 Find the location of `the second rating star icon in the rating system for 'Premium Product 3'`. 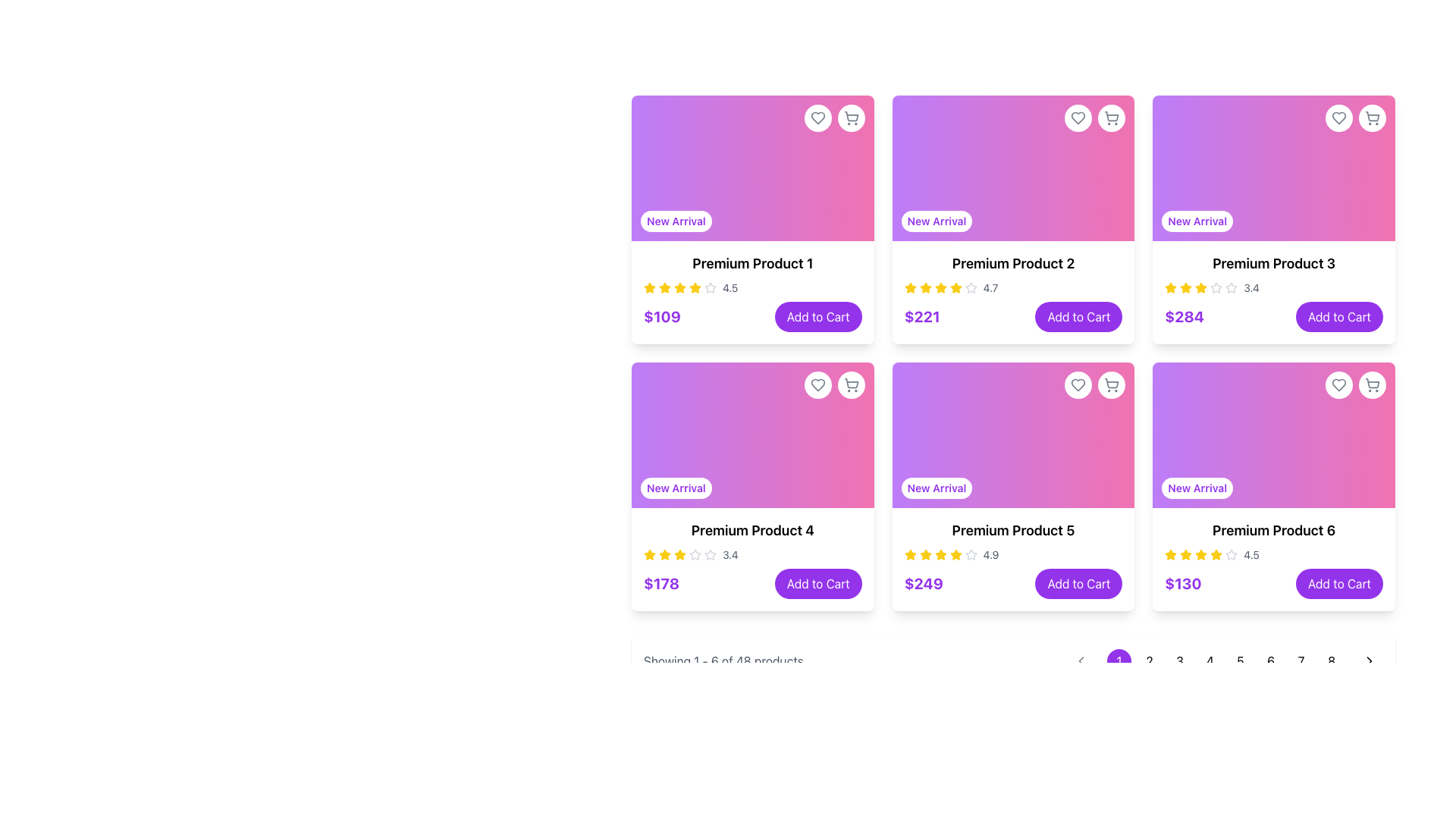

the second rating star icon in the rating system for 'Premium Product 3' is located at coordinates (1200, 287).